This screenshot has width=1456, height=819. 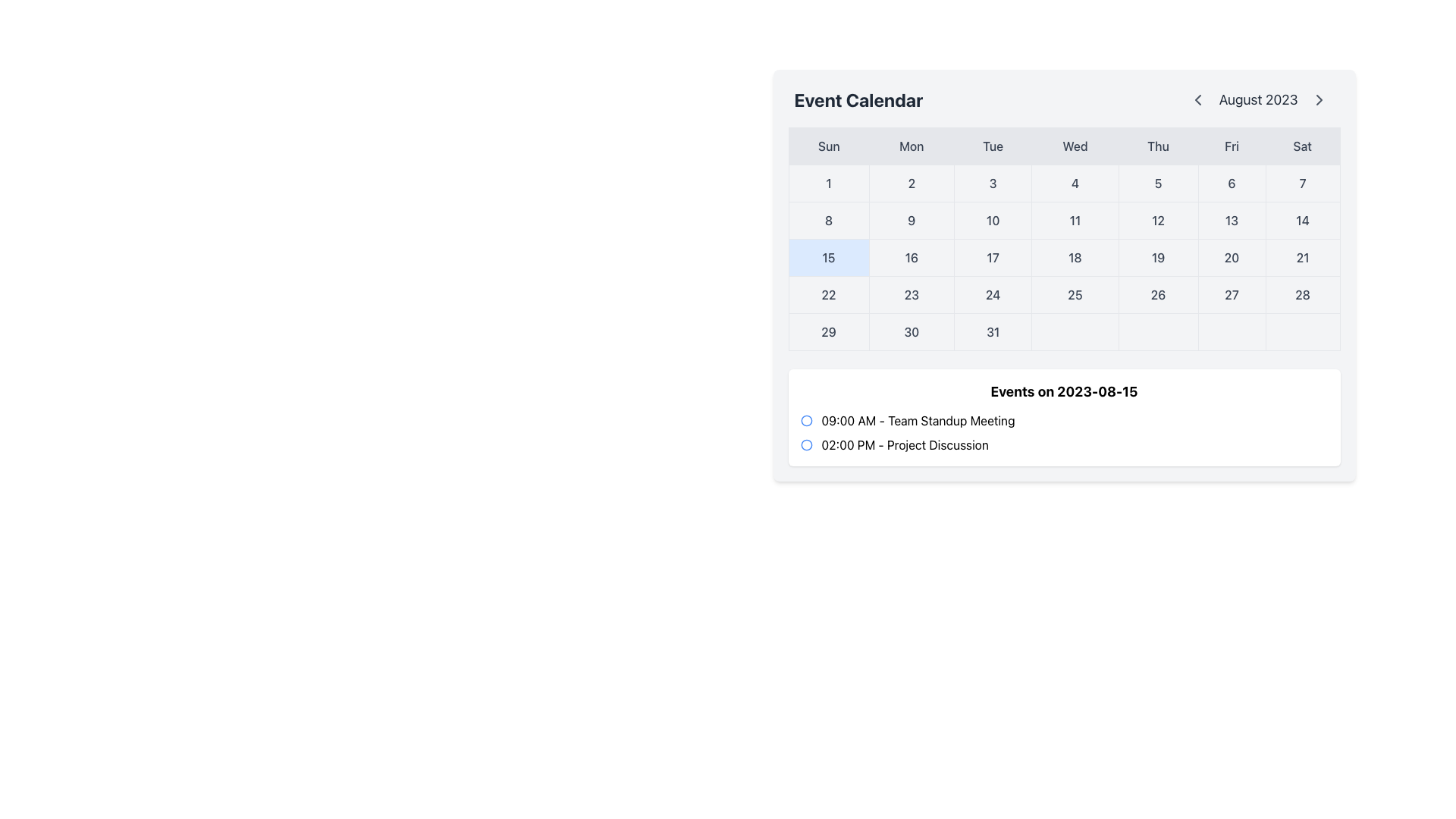 I want to click on the calendar day cell displaying the number '30', so click(x=1063, y=331).